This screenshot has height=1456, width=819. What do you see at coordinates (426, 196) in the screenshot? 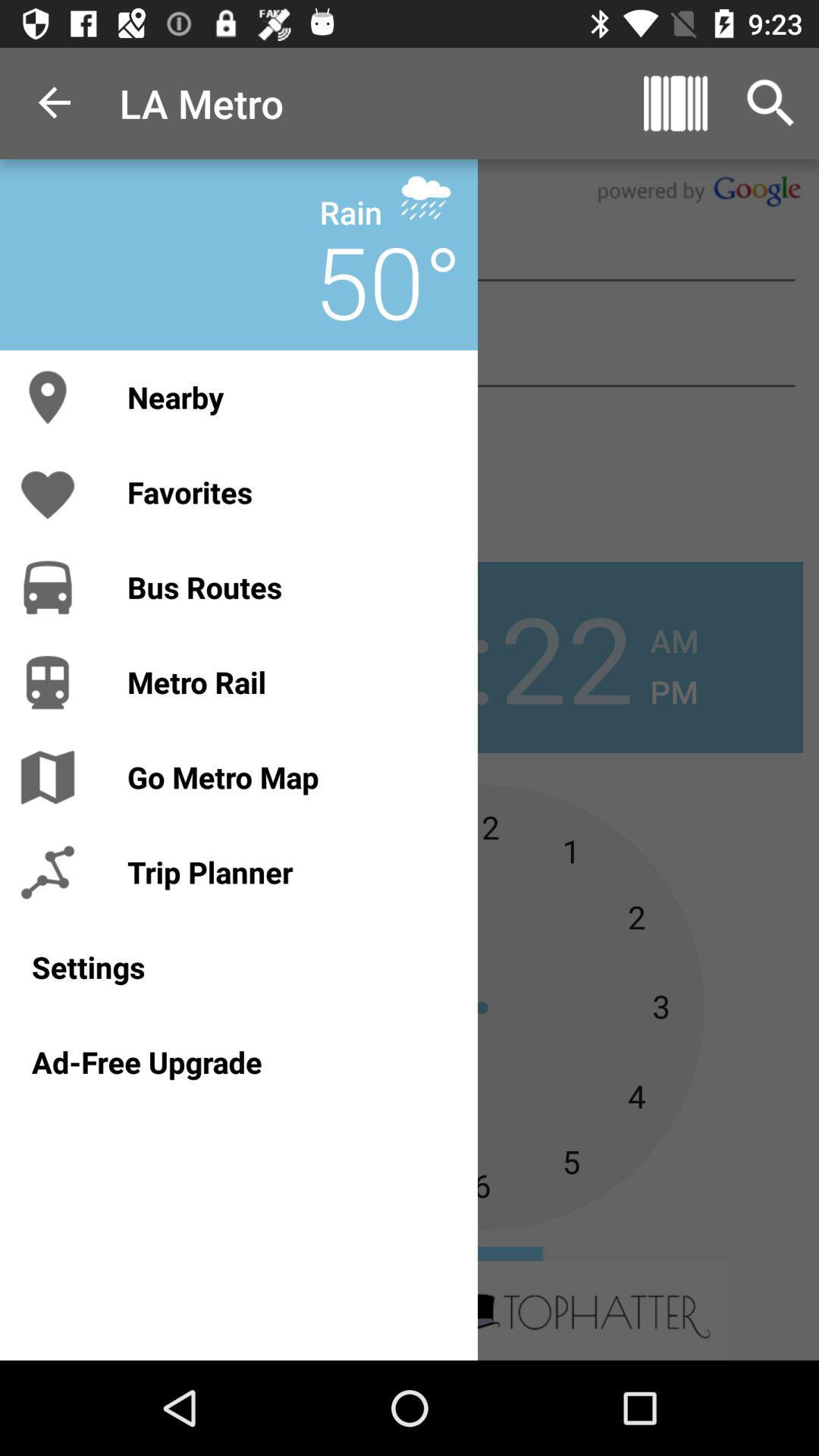
I see `cloud icon right to rain` at bounding box center [426, 196].